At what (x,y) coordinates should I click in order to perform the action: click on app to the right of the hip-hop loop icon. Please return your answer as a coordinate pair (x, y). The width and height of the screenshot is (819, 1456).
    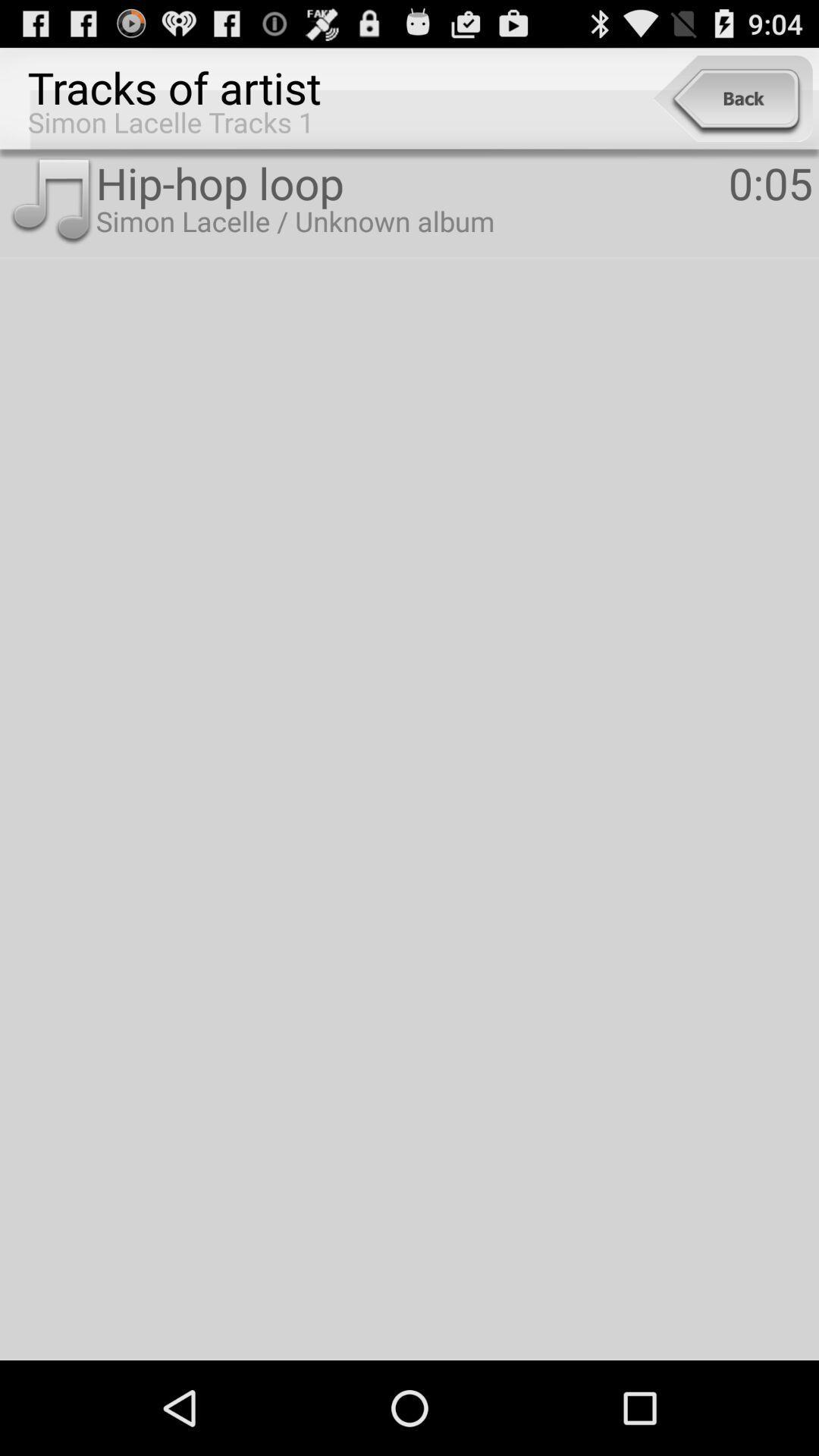
    Looking at the image, I should click on (770, 182).